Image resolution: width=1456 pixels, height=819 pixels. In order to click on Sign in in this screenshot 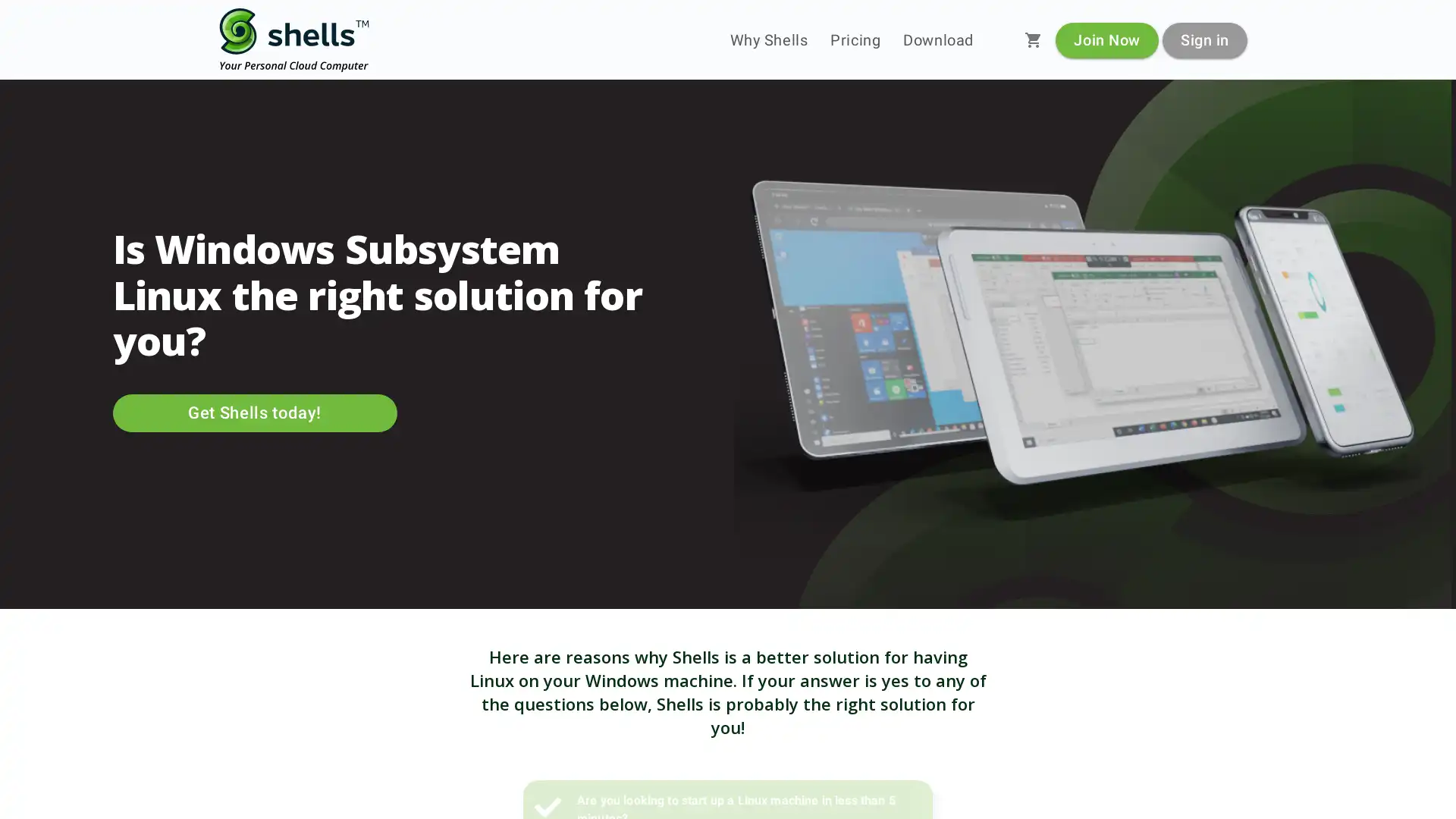, I will do `click(1203, 39)`.